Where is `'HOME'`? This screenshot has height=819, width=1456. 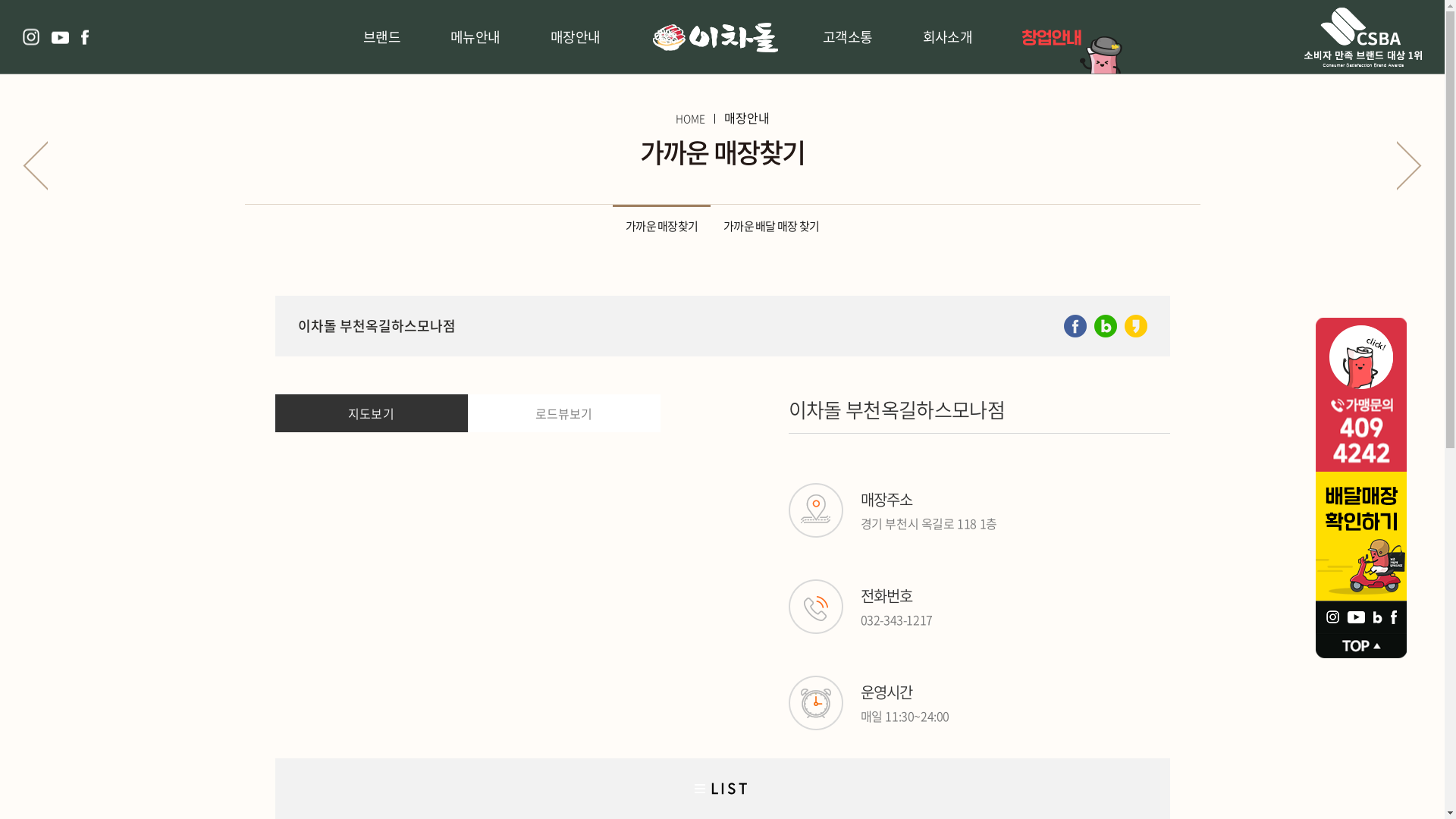 'HOME' is located at coordinates (673, 117).